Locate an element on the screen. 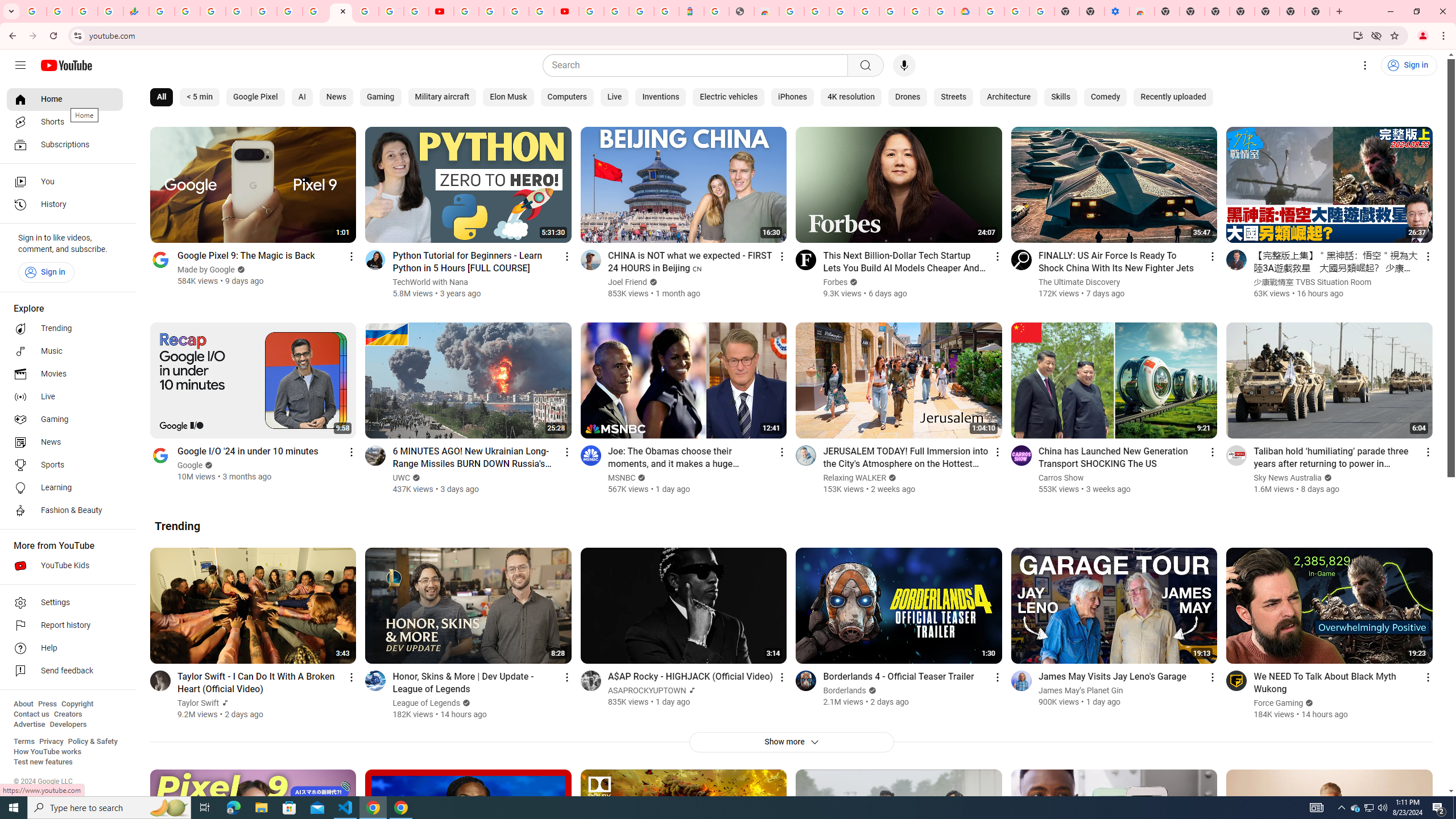 The width and height of the screenshot is (1456, 819). 'New Tab' is located at coordinates (1266, 11).